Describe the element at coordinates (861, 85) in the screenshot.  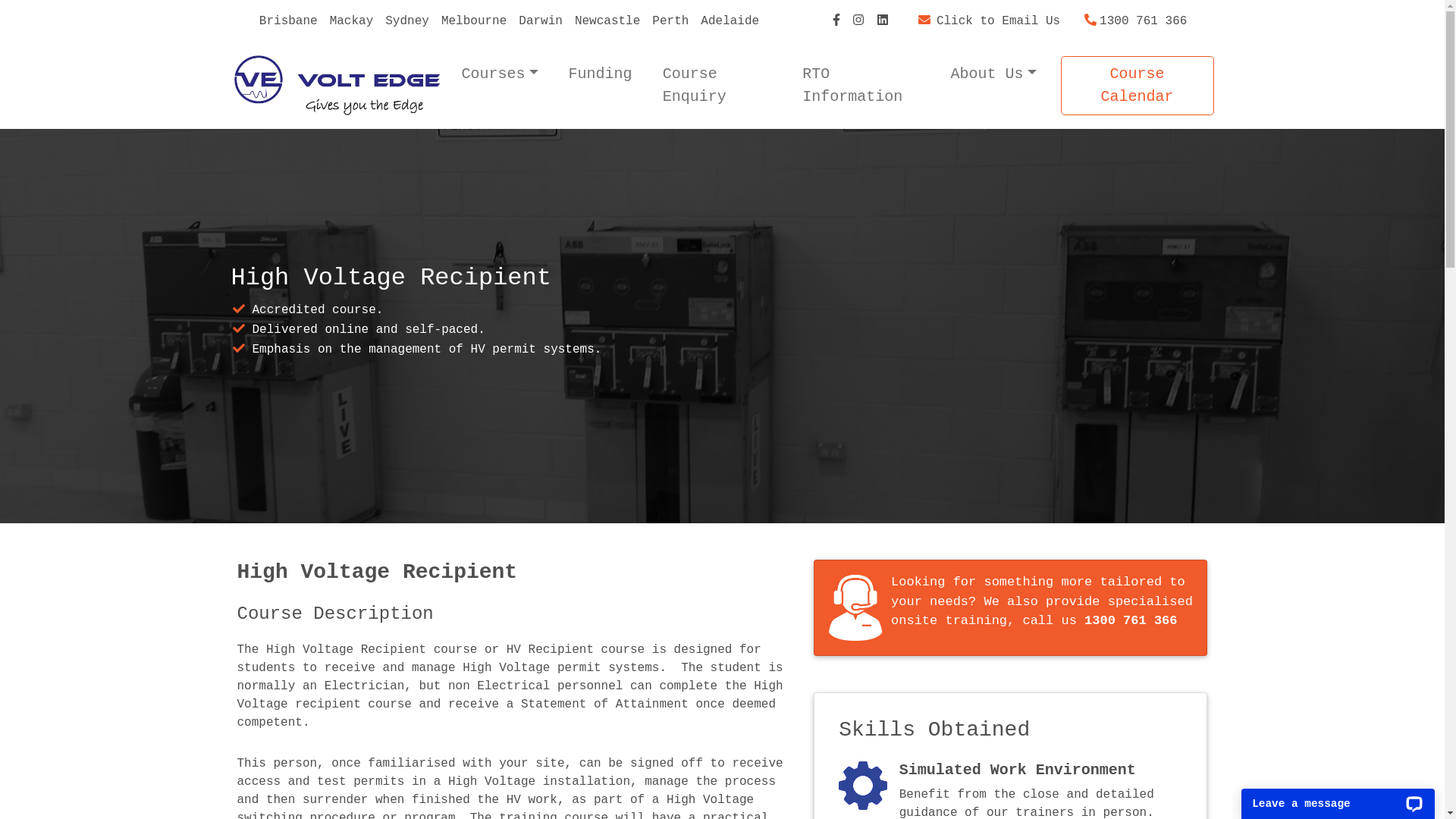
I see `'RTO Information'` at that location.